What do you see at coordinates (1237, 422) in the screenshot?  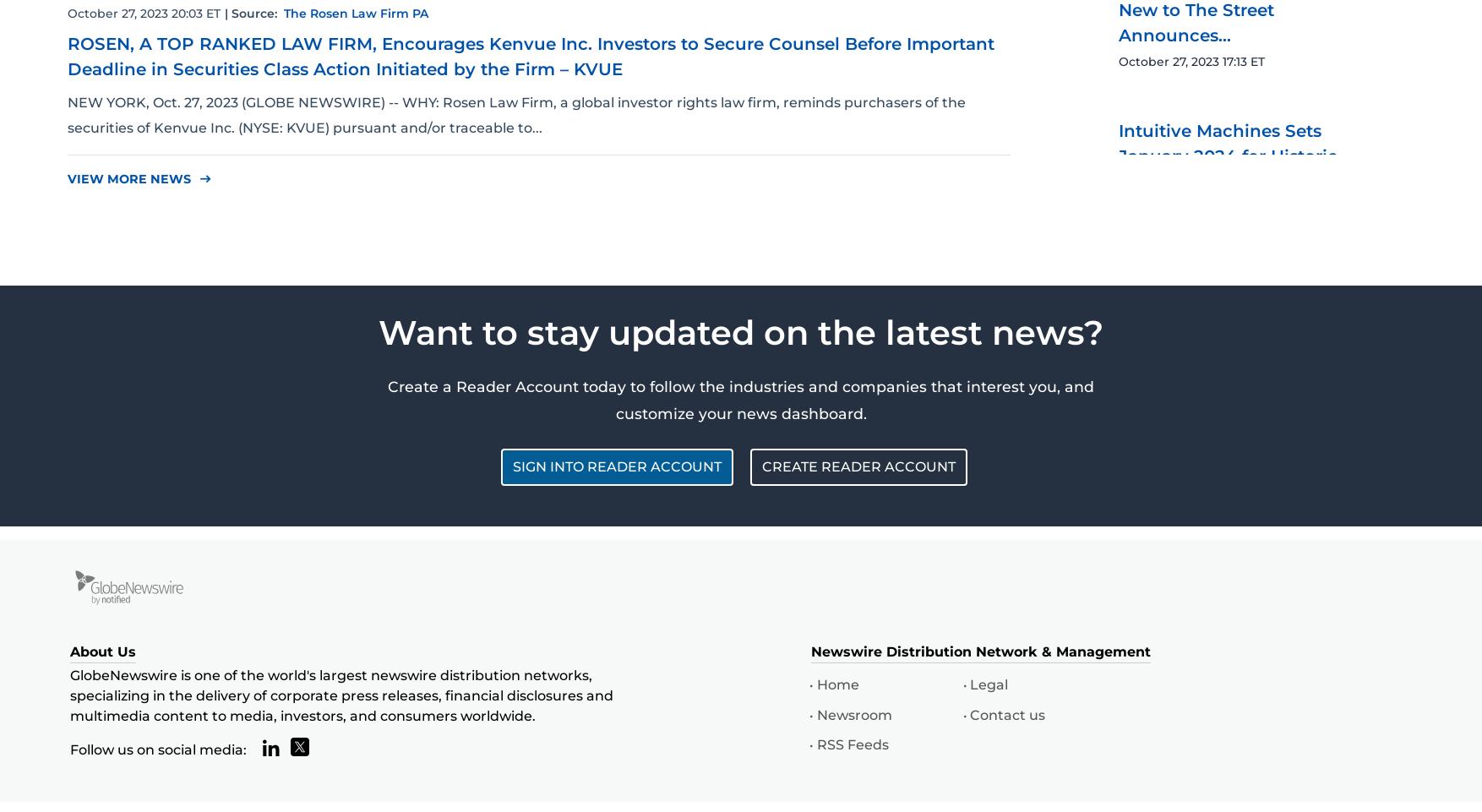 I see `'Intuitive Machines Sets January 2024 for Historic ...'` at bounding box center [1237, 422].